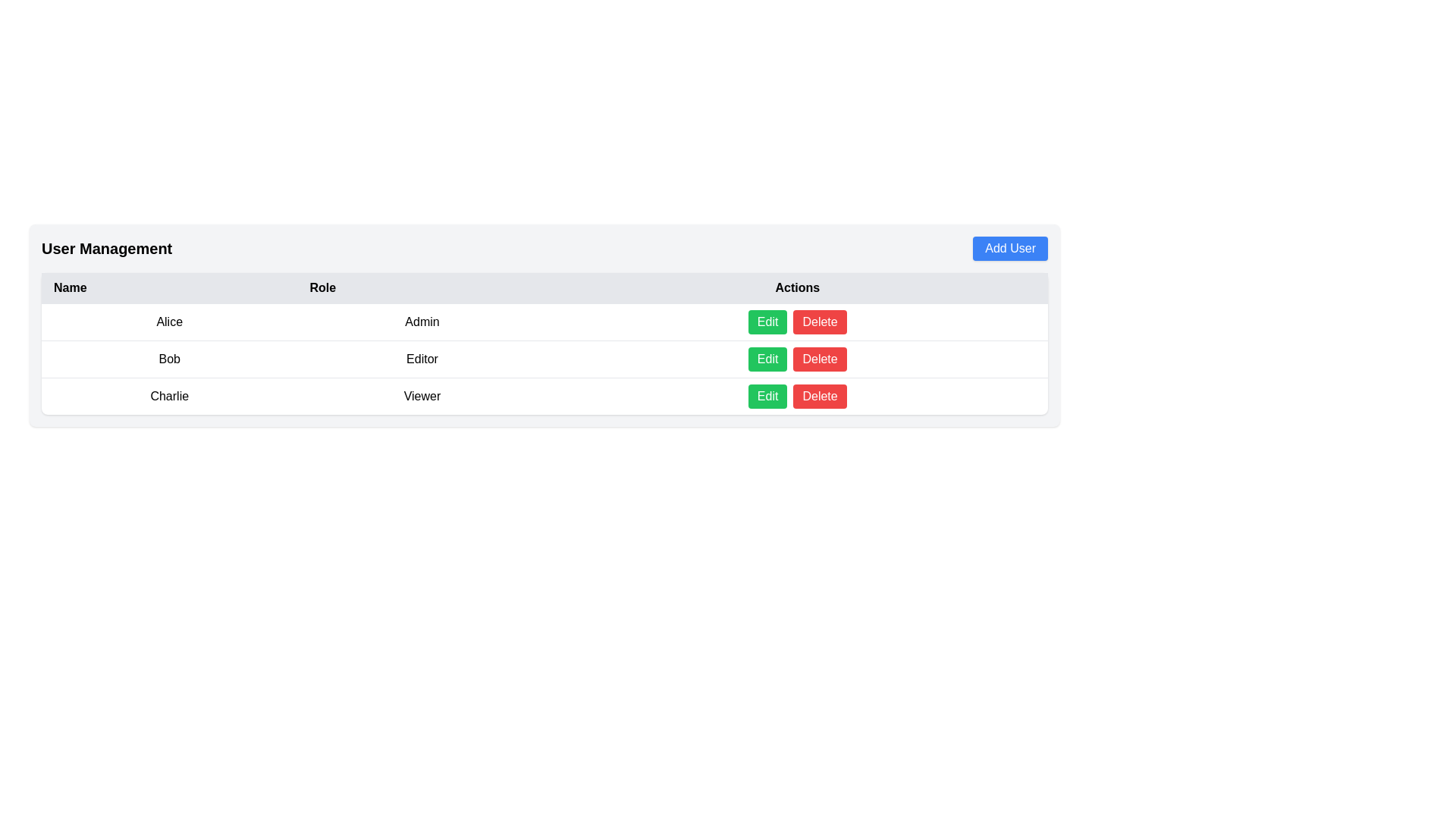  Describe the element at coordinates (819, 359) in the screenshot. I see `the 'Delete' button with a red background and white text located in the 'Actions' column for user 'Bob'` at that location.